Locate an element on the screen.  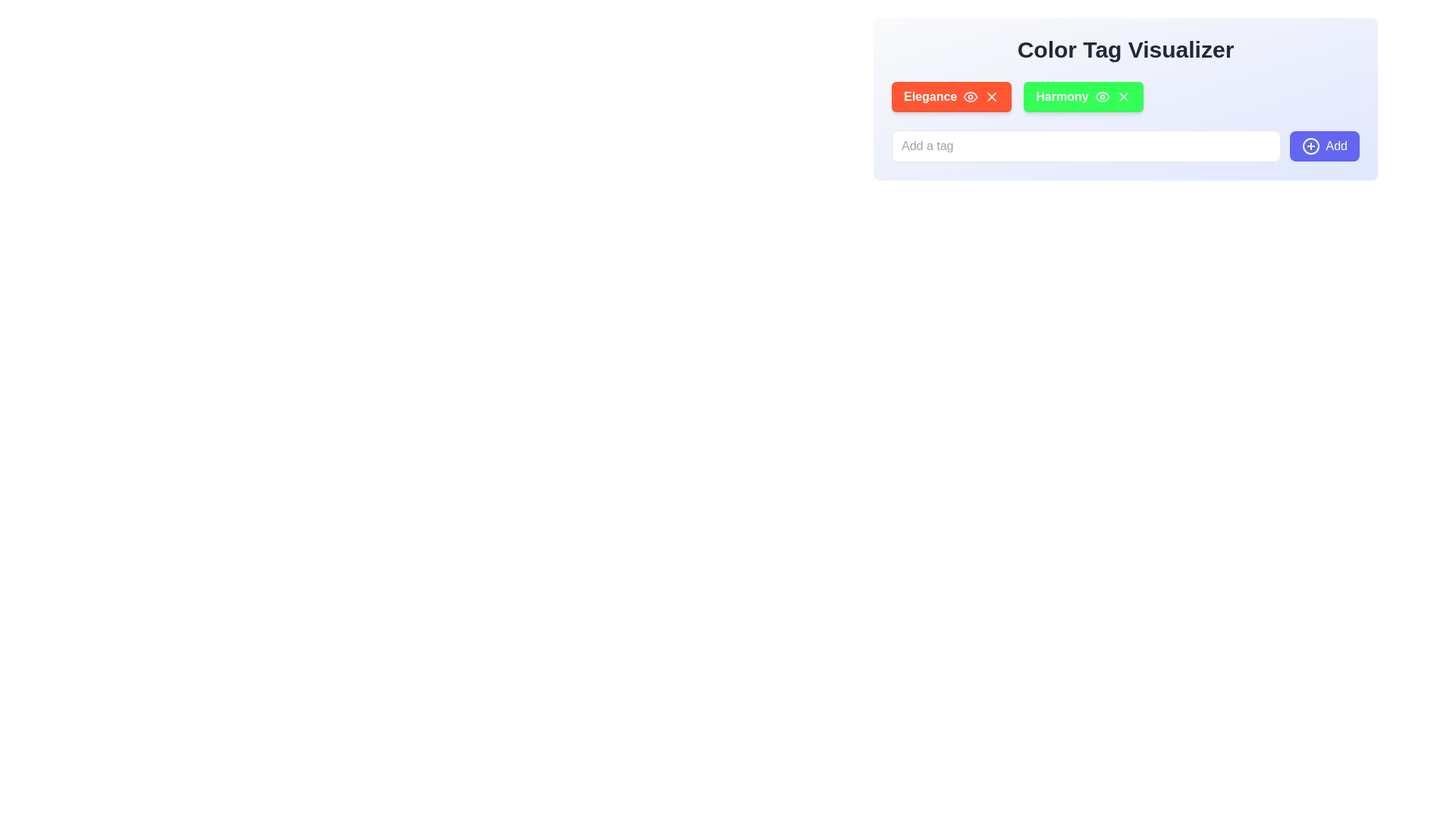
the Tag display element containing the 'Elegance' and 'Harmony' buttons is located at coordinates (1125, 96).